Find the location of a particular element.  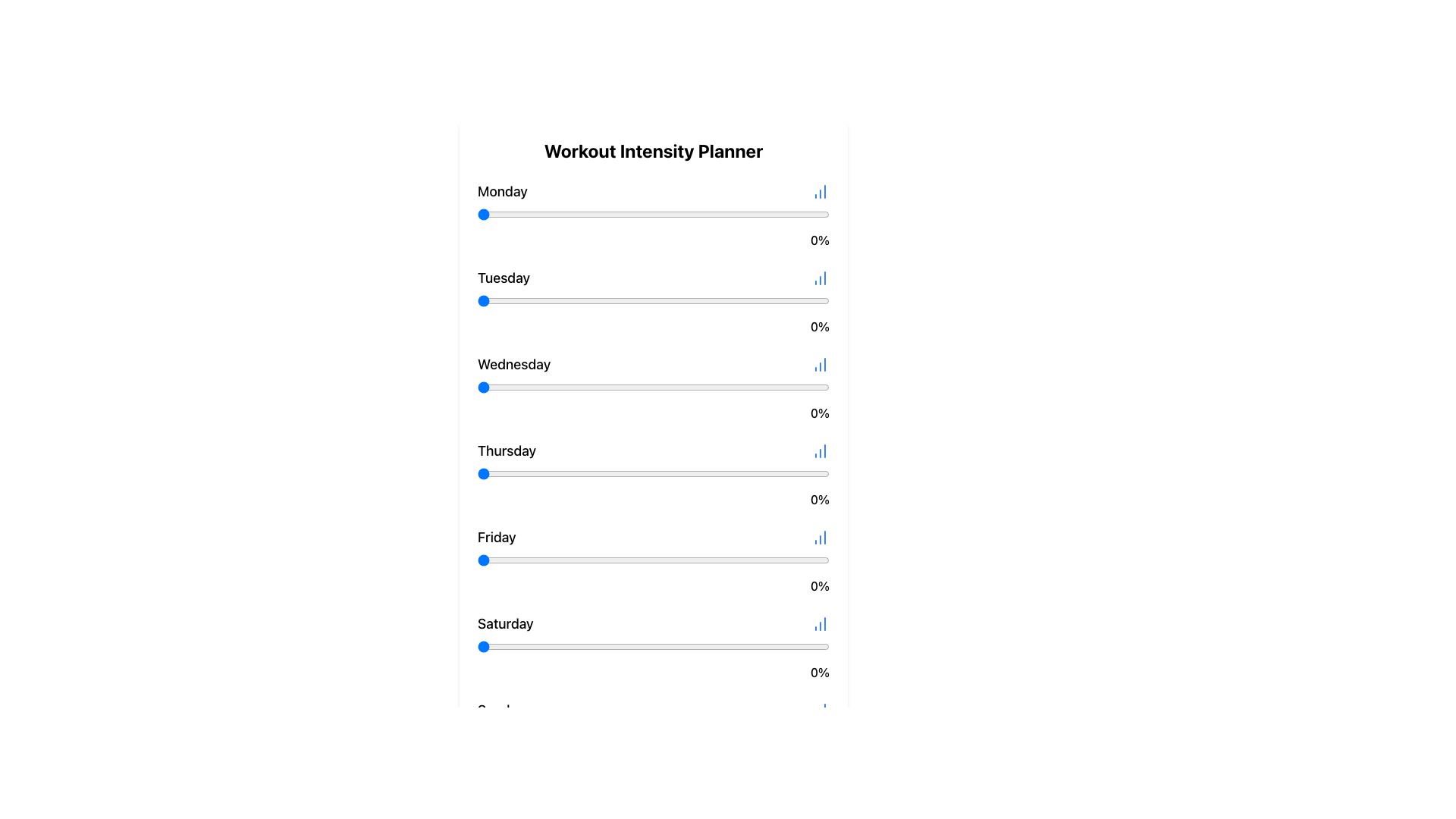

the workout intensity for Monday is located at coordinates (783, 214).